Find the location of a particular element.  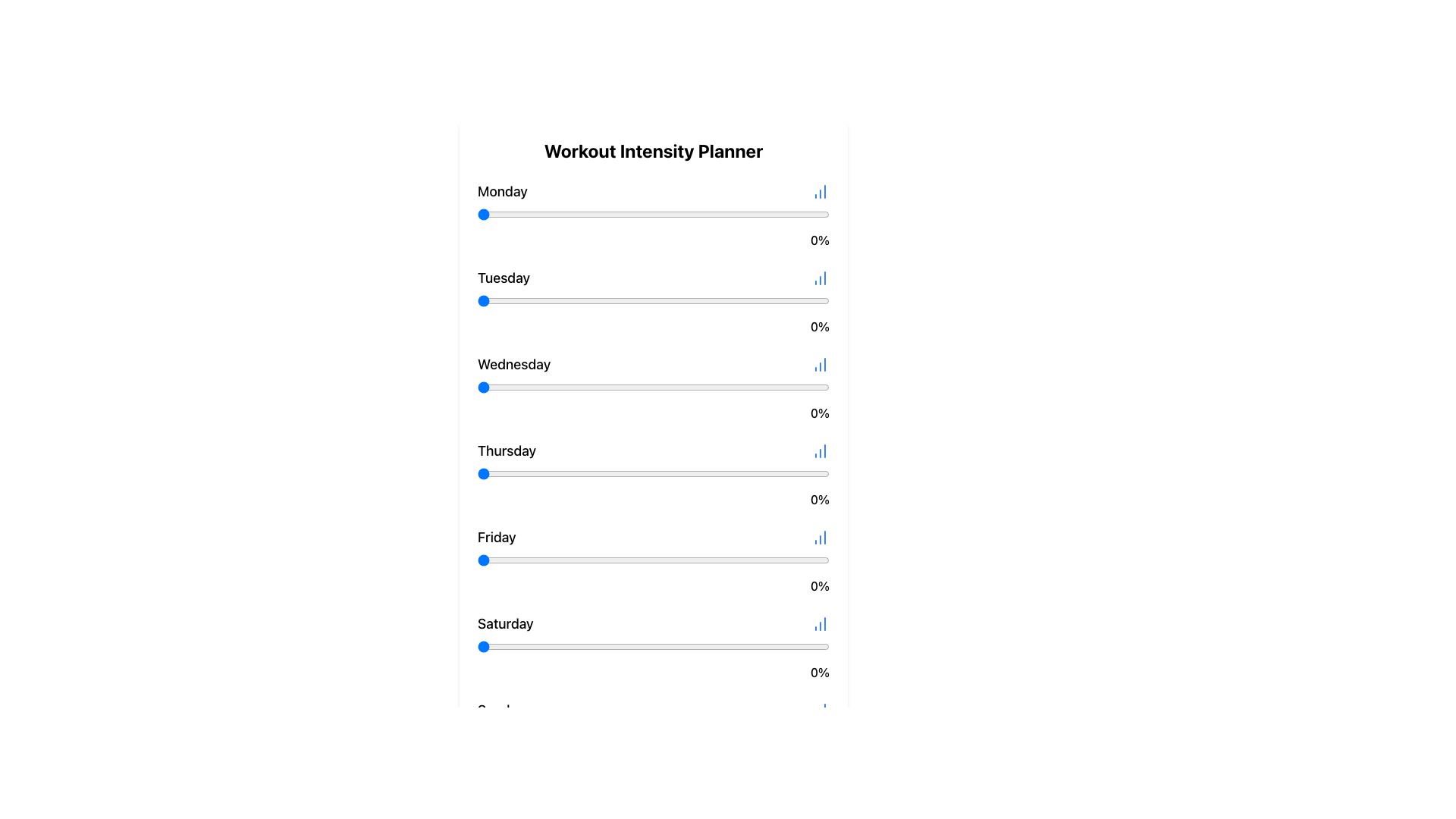

the workout intensity for Monday is located at coordinates (783, 214).